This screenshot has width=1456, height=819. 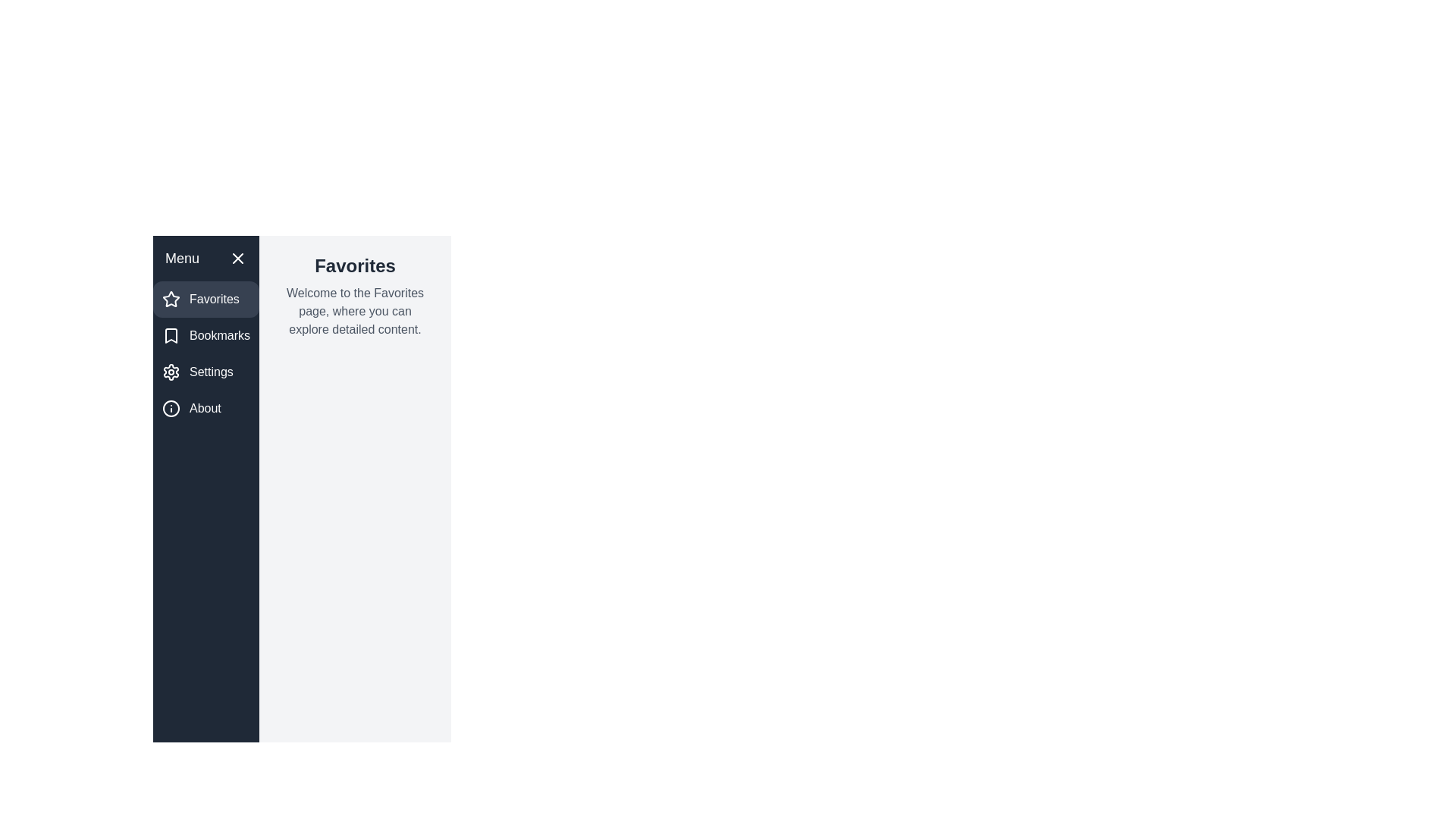 I want to click on the 'Bookmarks' menu item, which is the second option in the vertical menu panel, located directly below 'Favorites' and above 'Settings', so click(x=206, y=335).